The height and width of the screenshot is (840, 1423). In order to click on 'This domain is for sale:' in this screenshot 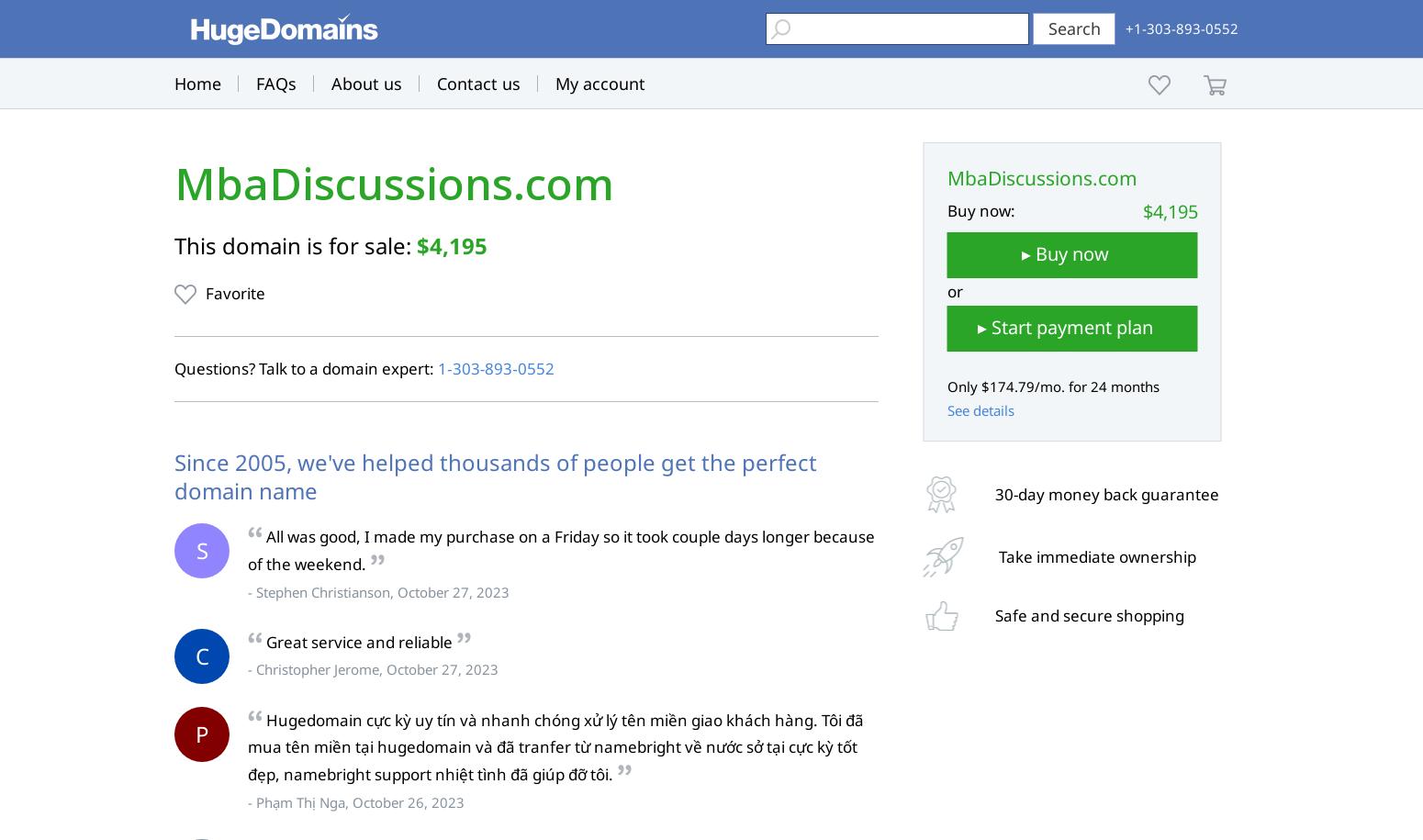, I will do `click(294, 244)`.